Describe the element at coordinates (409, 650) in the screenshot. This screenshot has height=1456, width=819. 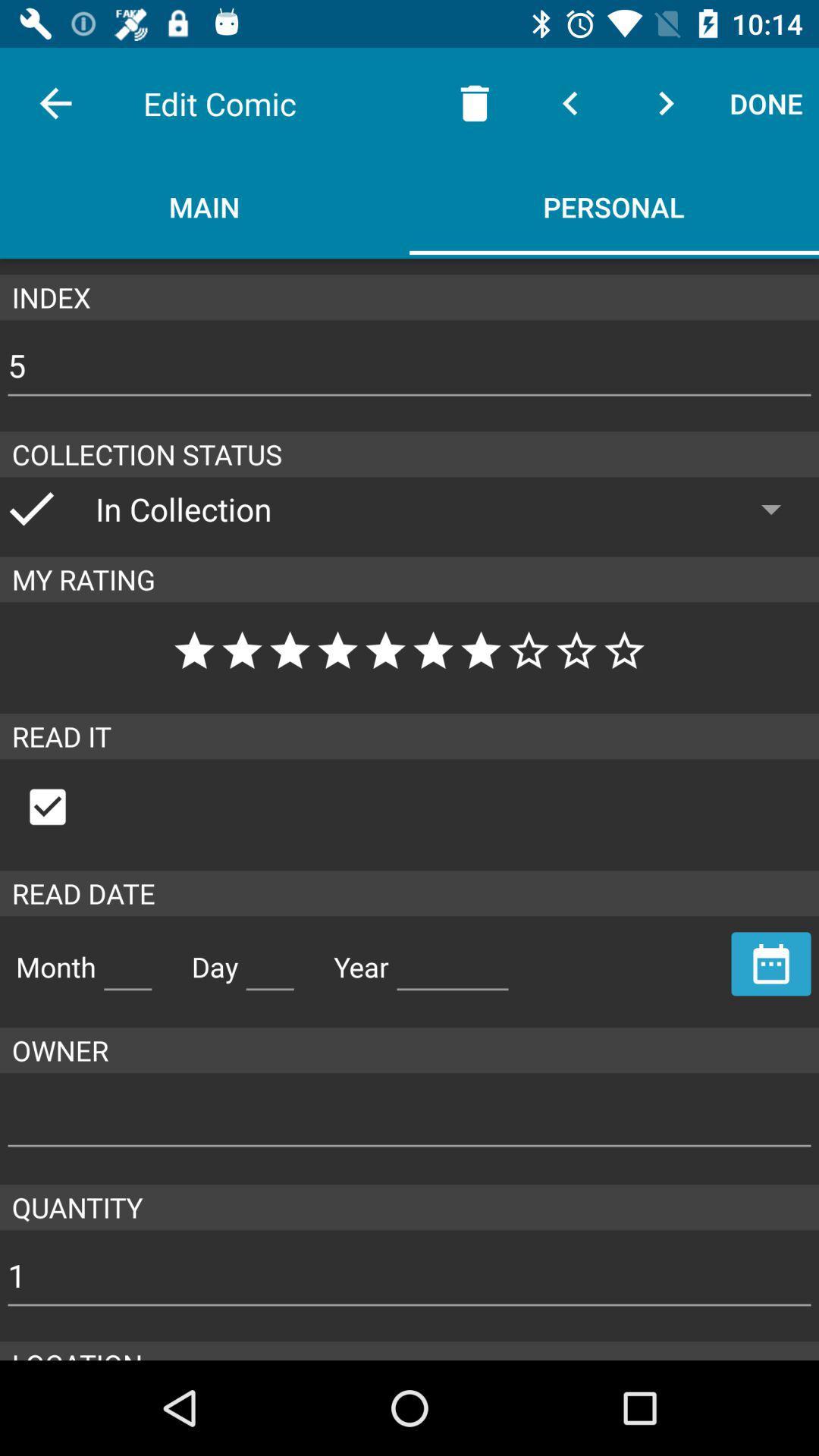
I see `the icons which is below the my rating` at that location.